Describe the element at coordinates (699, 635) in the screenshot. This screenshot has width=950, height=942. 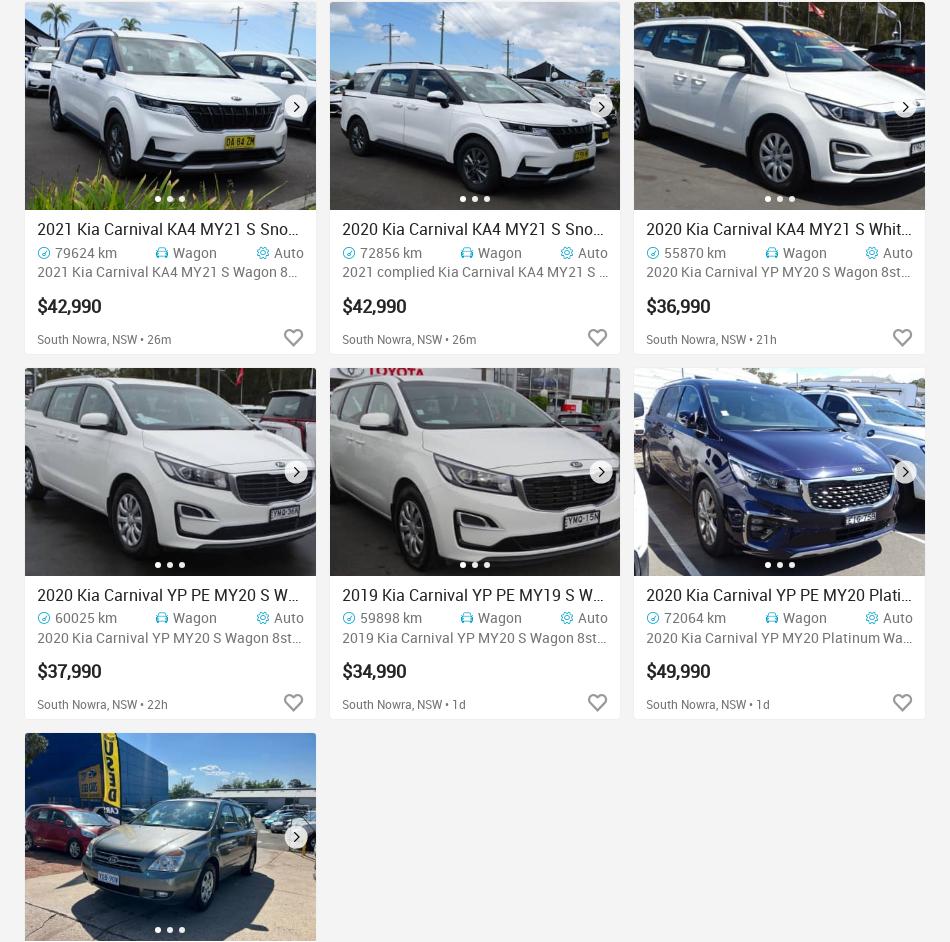
I see `'6 cyl 3.3L'` at that location.